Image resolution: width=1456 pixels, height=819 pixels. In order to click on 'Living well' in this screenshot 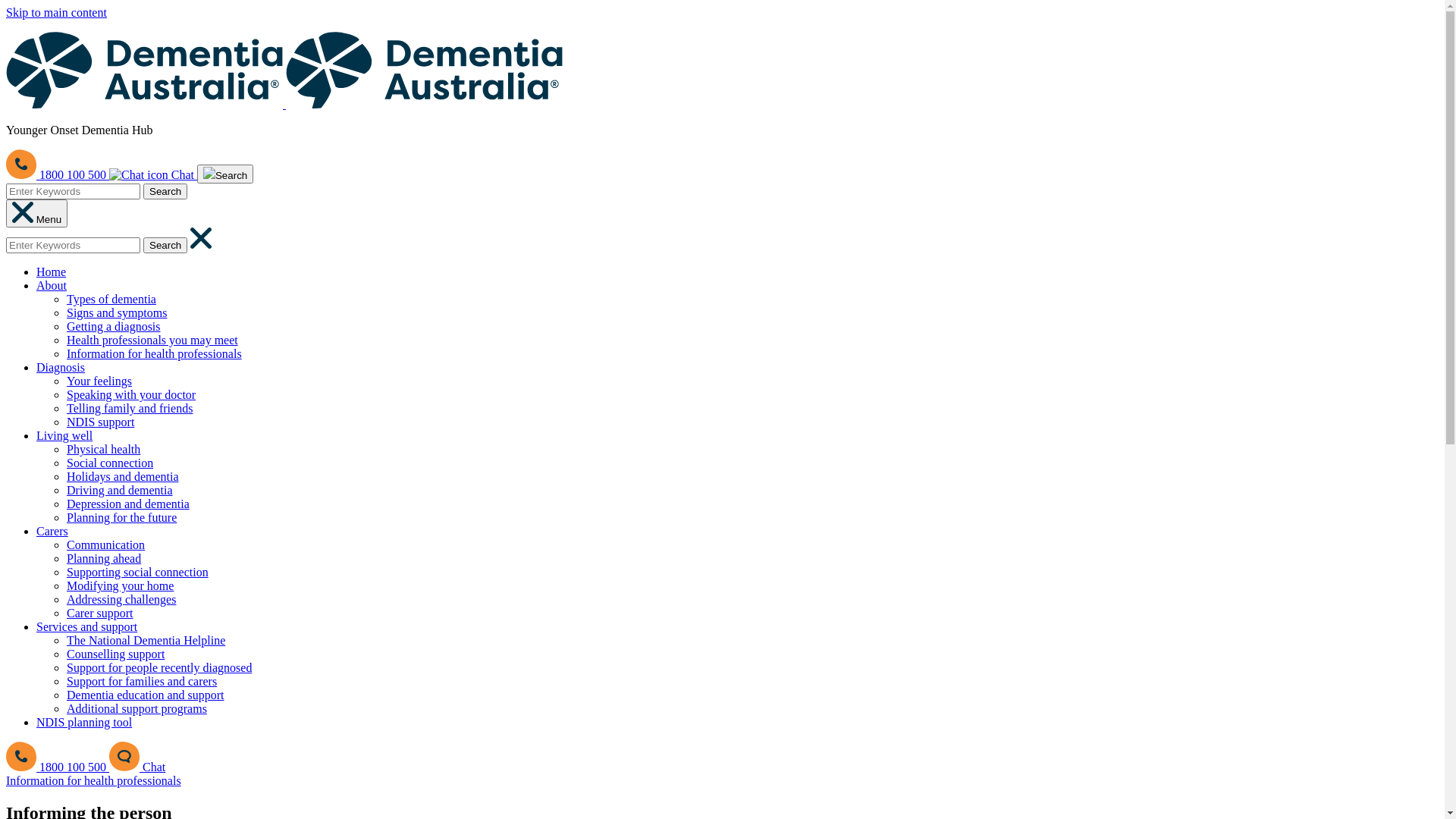, I will do `click(64, 435)`.